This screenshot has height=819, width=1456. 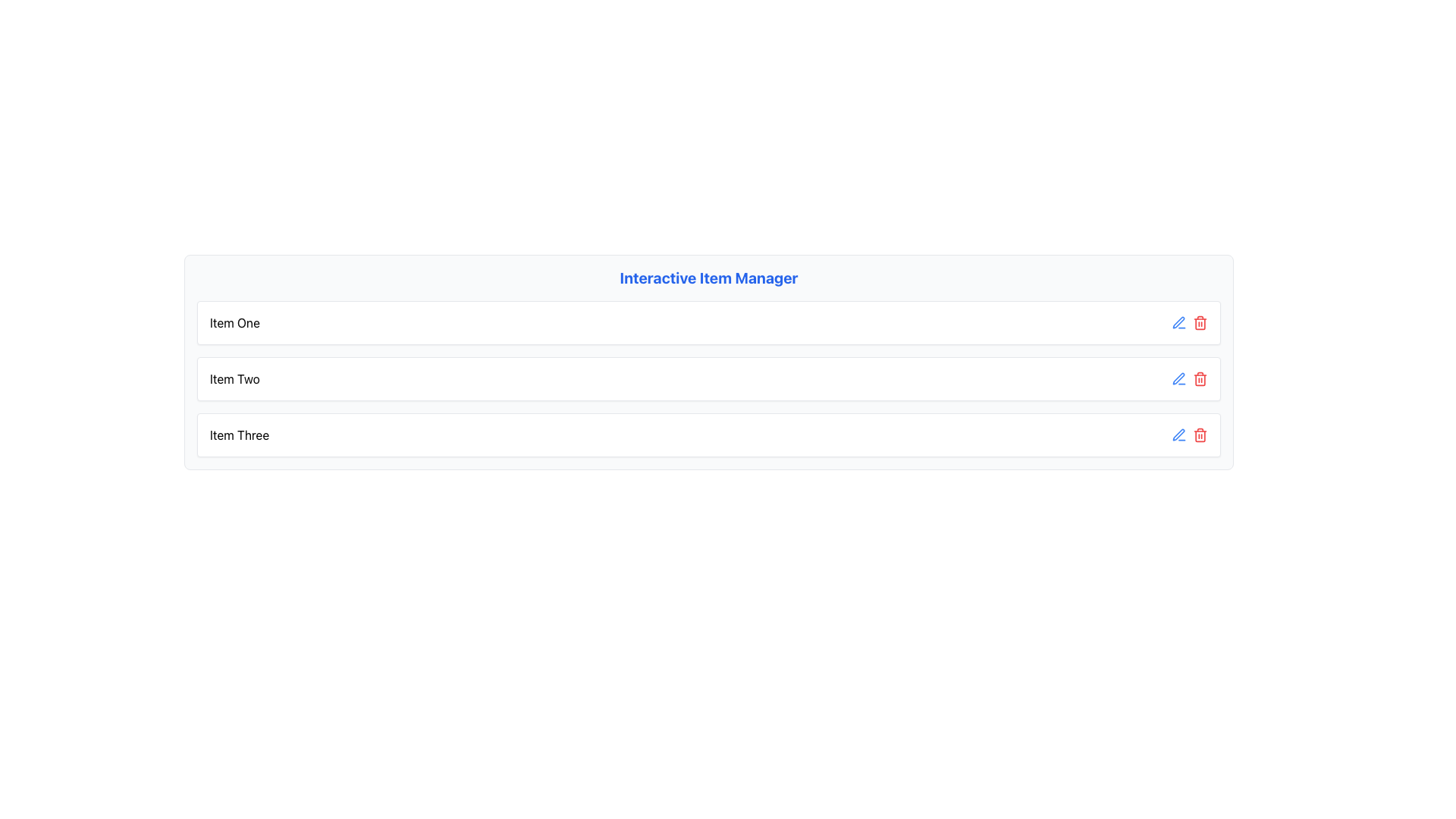 I want to click on the delete icon located to the right of the text 'Item Two', so click(x=1189, y=378).